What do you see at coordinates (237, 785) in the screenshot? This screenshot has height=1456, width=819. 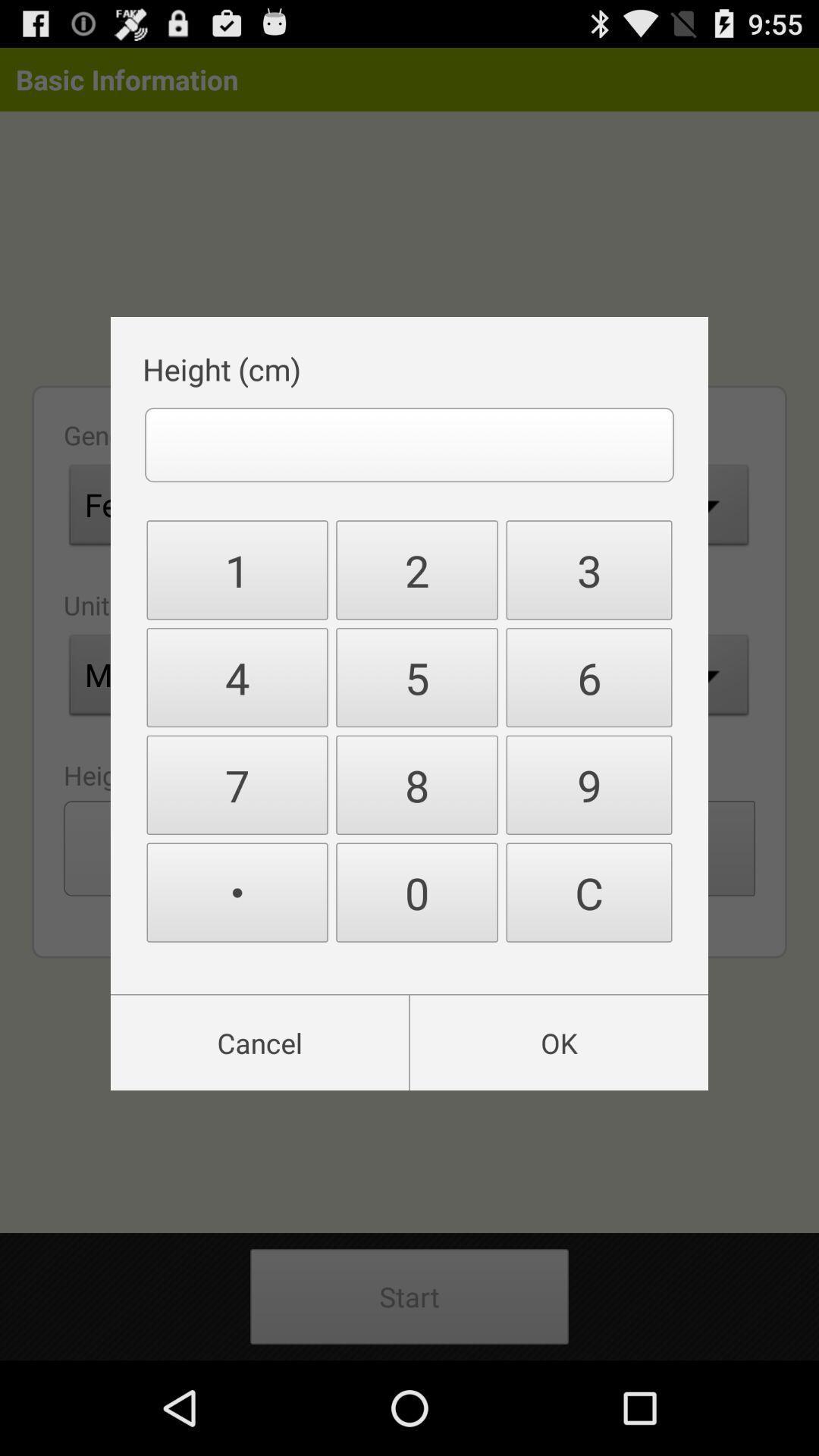 I see `item to the left of 5 icon` at bounding box center [237, 785].